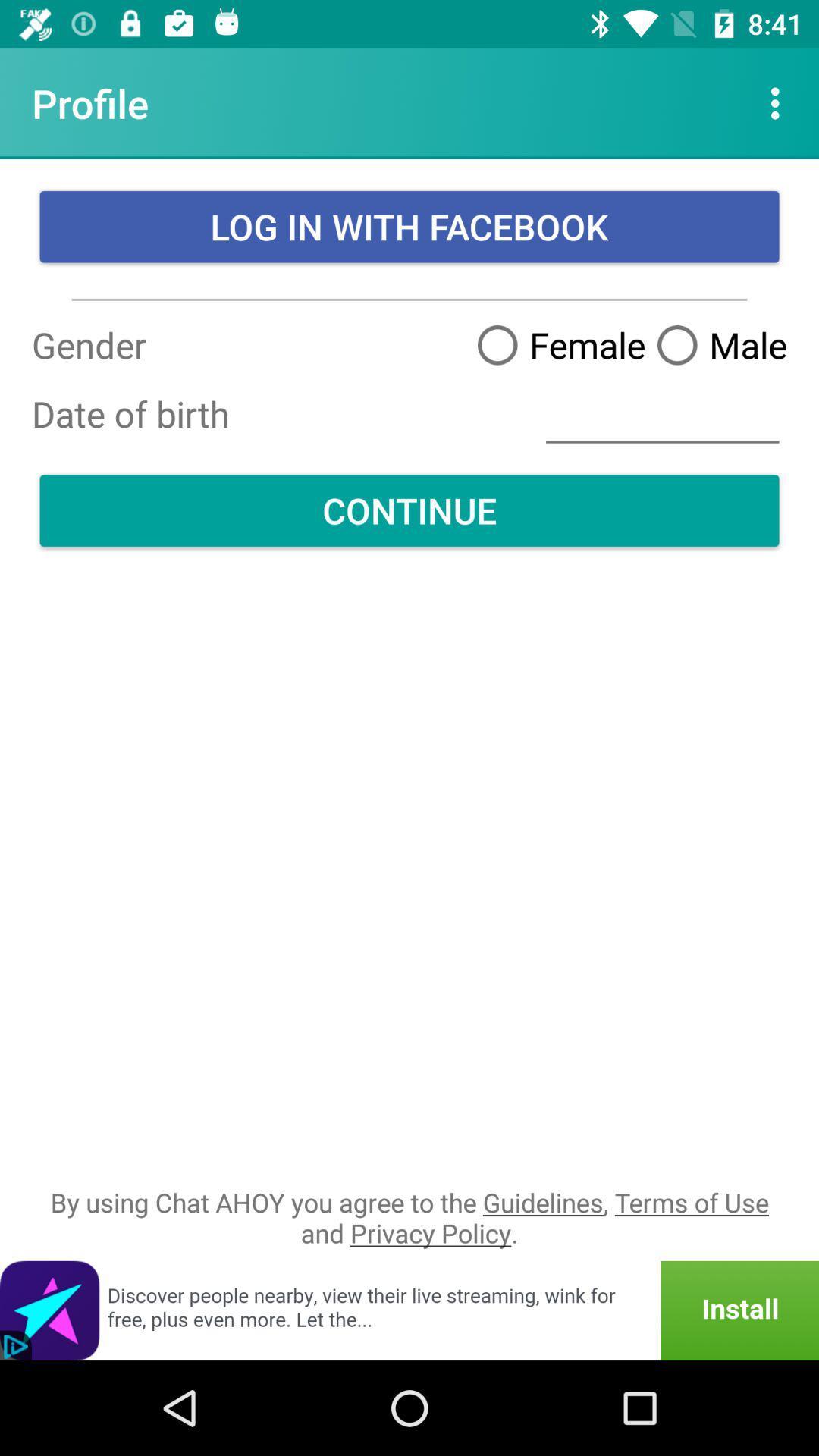 This screenshot has height=1456, width=819. Describe the element at coordinates (779, 102) in the screenshot. I see `the item next to profile item` at that location.